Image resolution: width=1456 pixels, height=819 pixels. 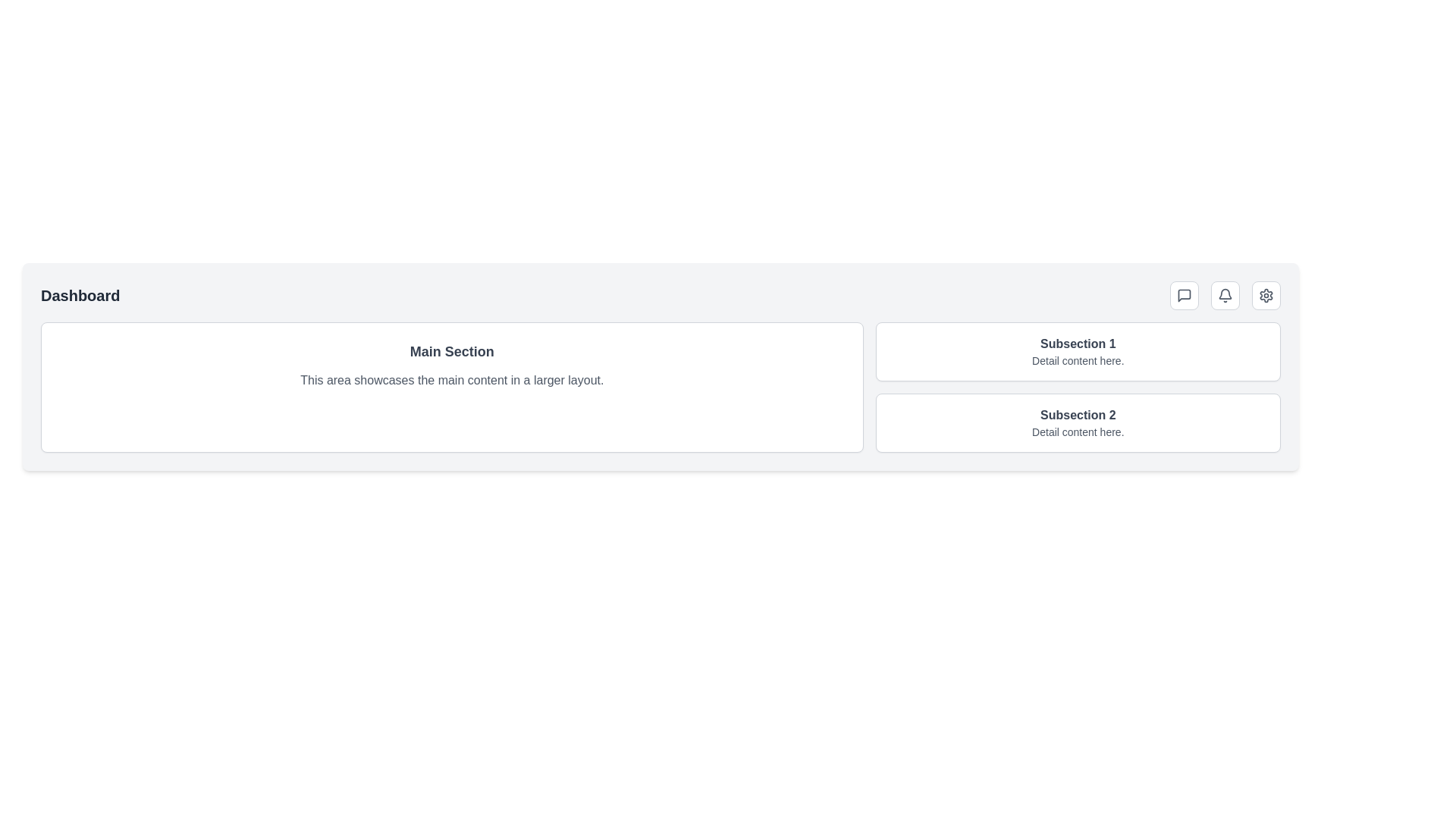 I want to click on the notification button located on the top bar, which is the second button from the left, so click(x=1225, y=295).